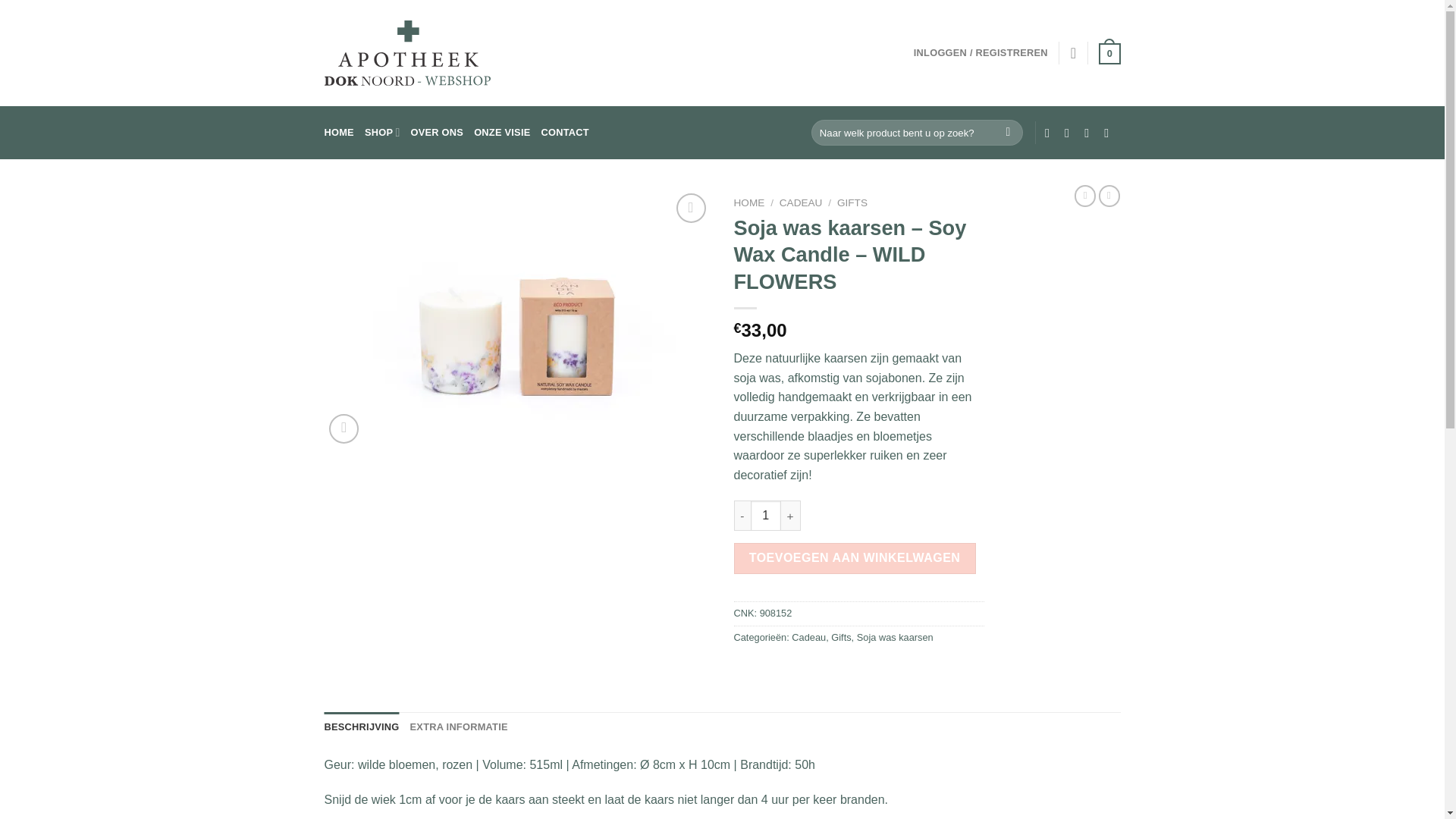 The height and width of the screenshot is (819, 1456). Describe the element at coordinates (852, 202) in the screenshot. I see `'GIFTS'` at that location.